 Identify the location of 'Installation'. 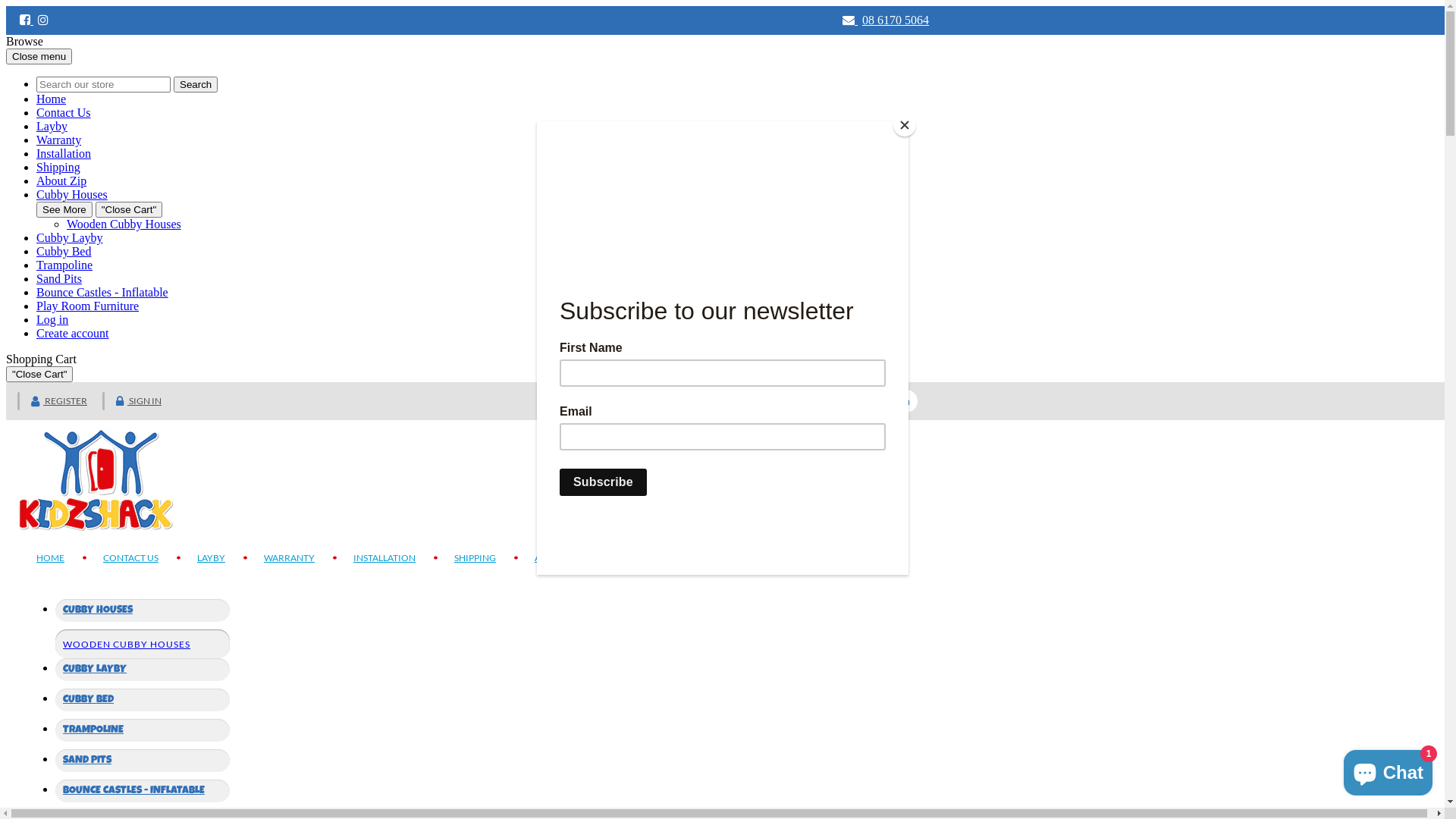
(62, 153).